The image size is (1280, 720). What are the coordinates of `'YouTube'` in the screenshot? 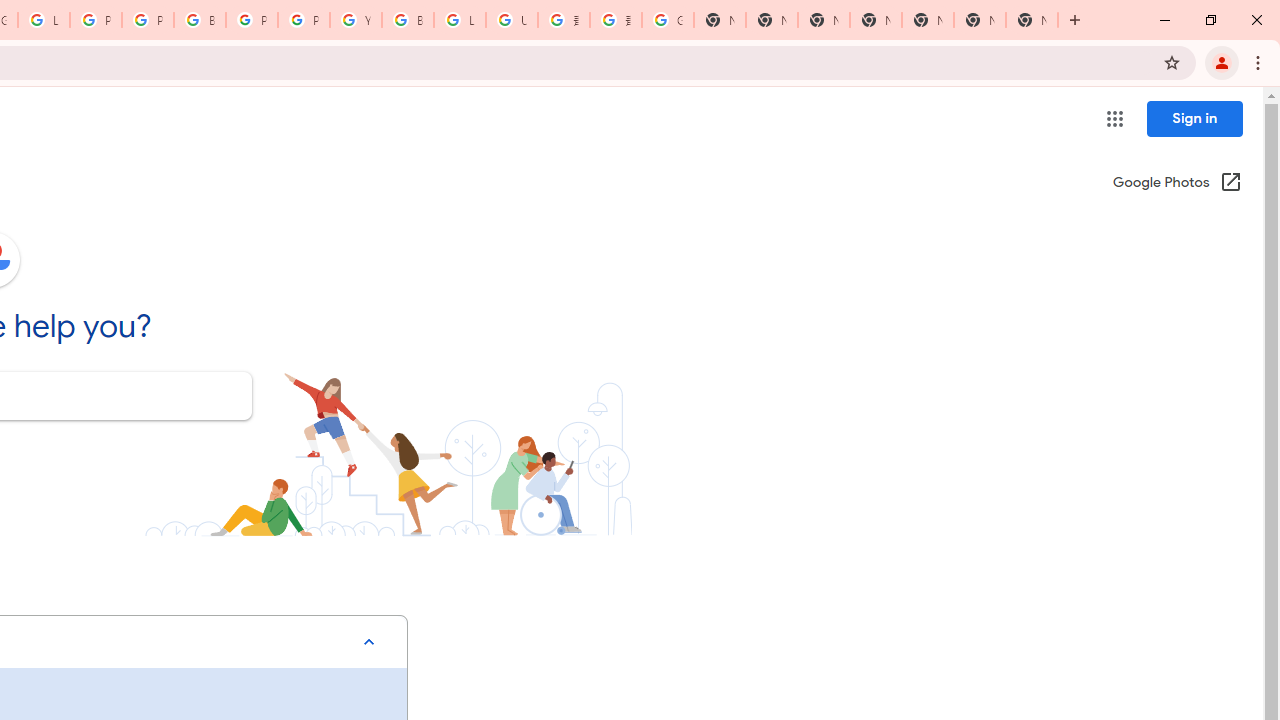 It's located at (355, 20).